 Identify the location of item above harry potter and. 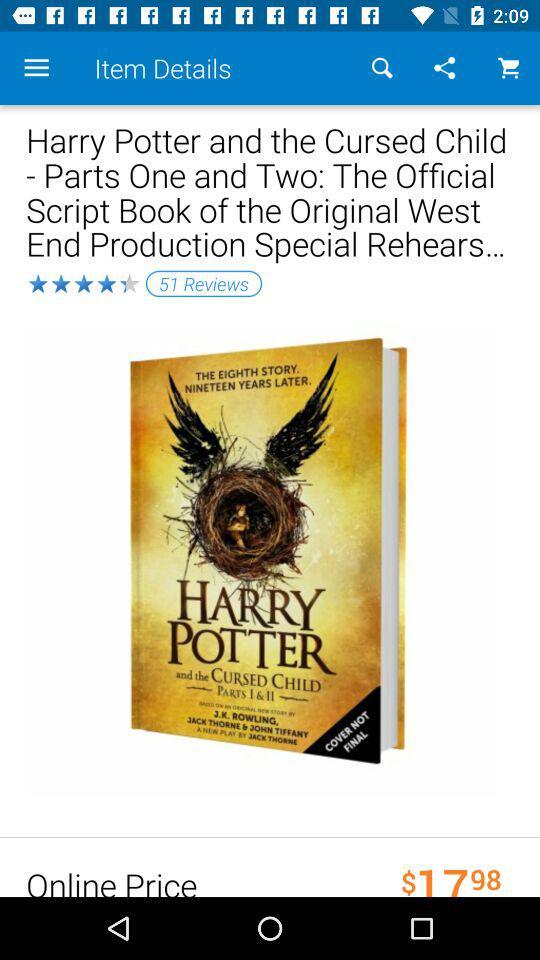
(36, 68).